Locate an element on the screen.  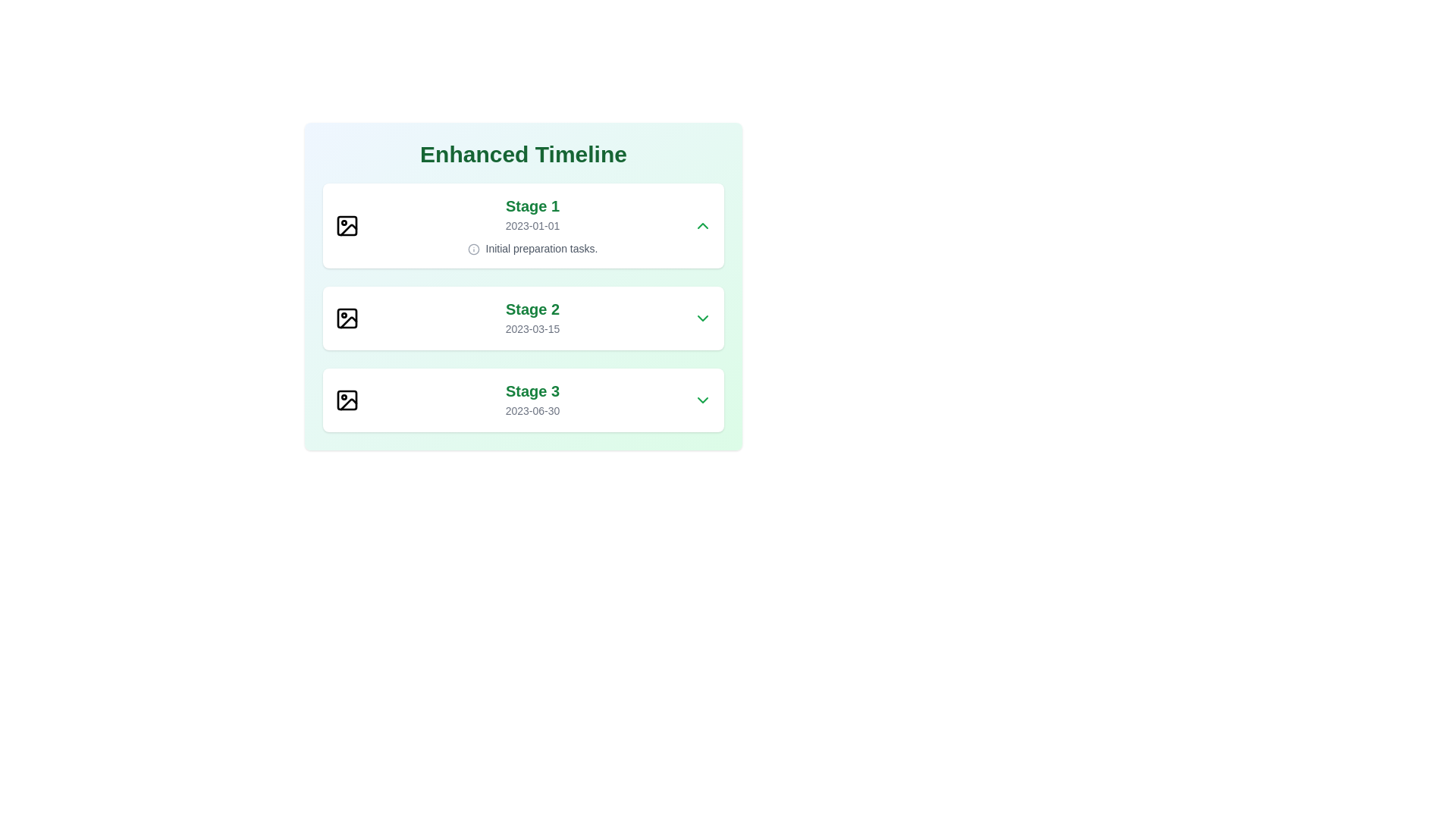
the icon representing 'Stage 3', which is located adjacent to the heading for 'Stage 3' in the interface, indicating an image upload or preview feature is located at coordinates (348, 403).